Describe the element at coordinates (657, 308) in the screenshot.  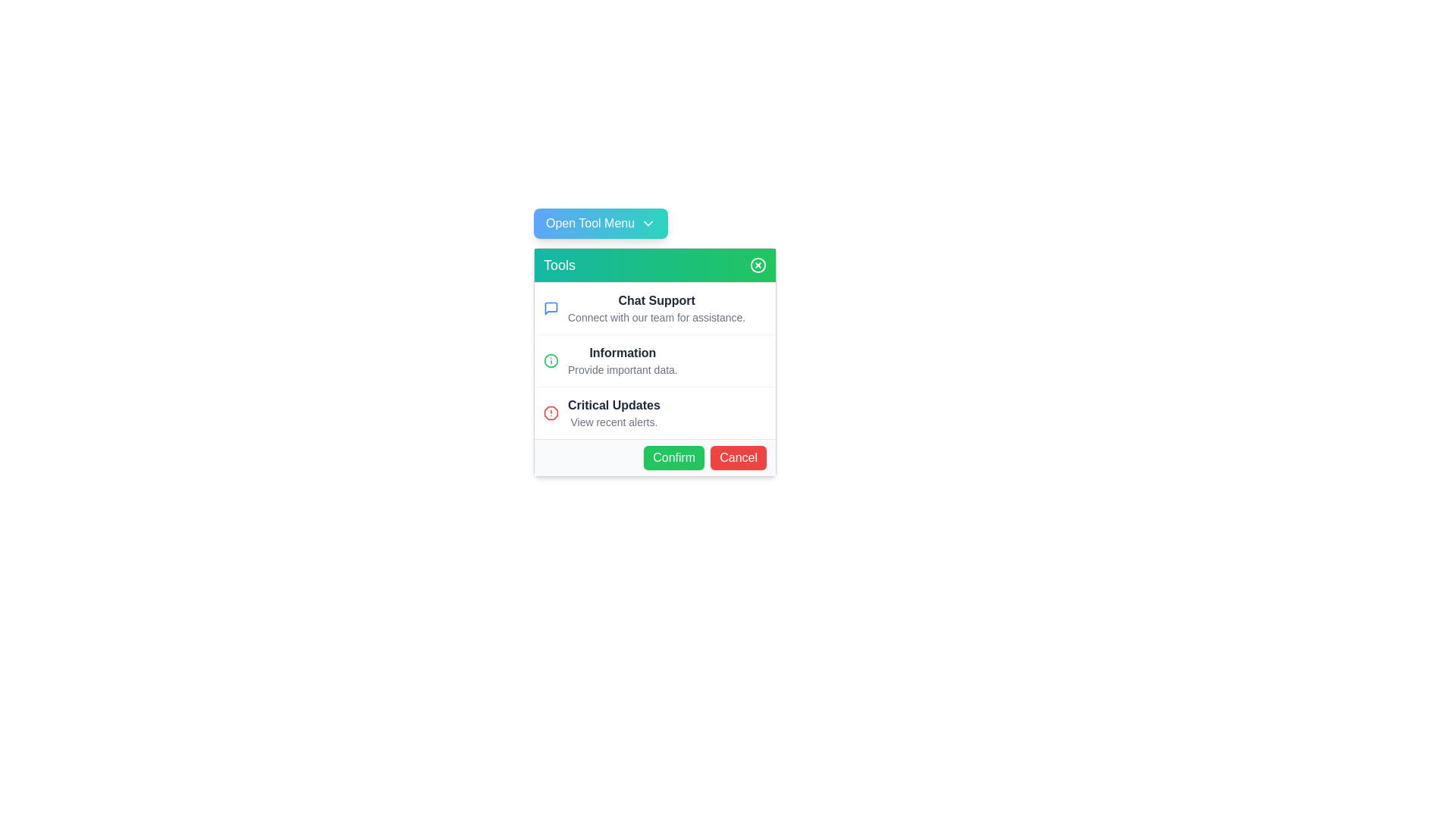
I see `descriptive information displayed in the 'Chat Support' text group, which includes the lines 'Chat Support' and 'Connect with our team for assistance.'` at that location.